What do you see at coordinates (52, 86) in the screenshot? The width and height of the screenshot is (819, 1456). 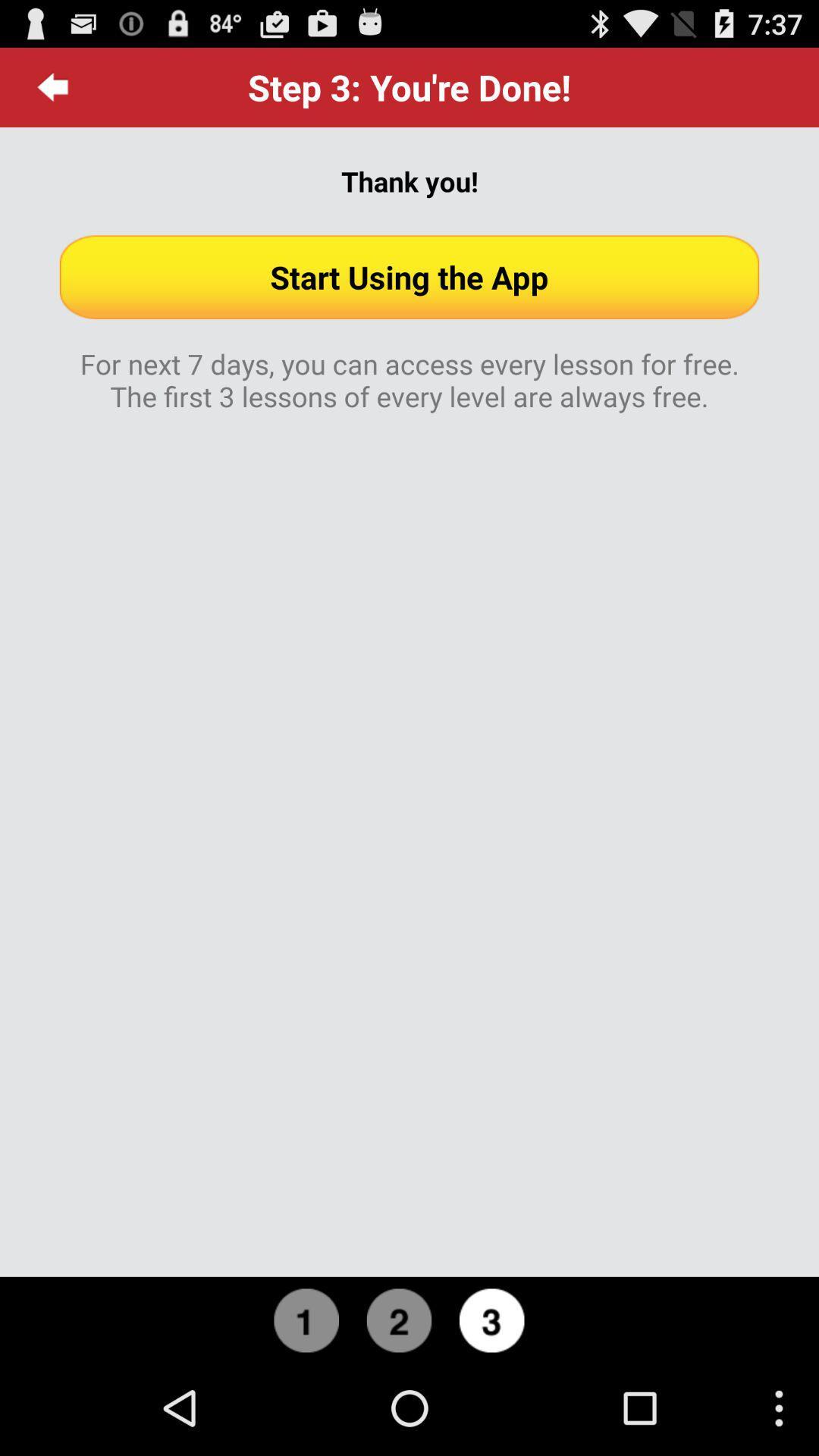 I see `icon above thank you! icon` at bounding box center [52, 86].